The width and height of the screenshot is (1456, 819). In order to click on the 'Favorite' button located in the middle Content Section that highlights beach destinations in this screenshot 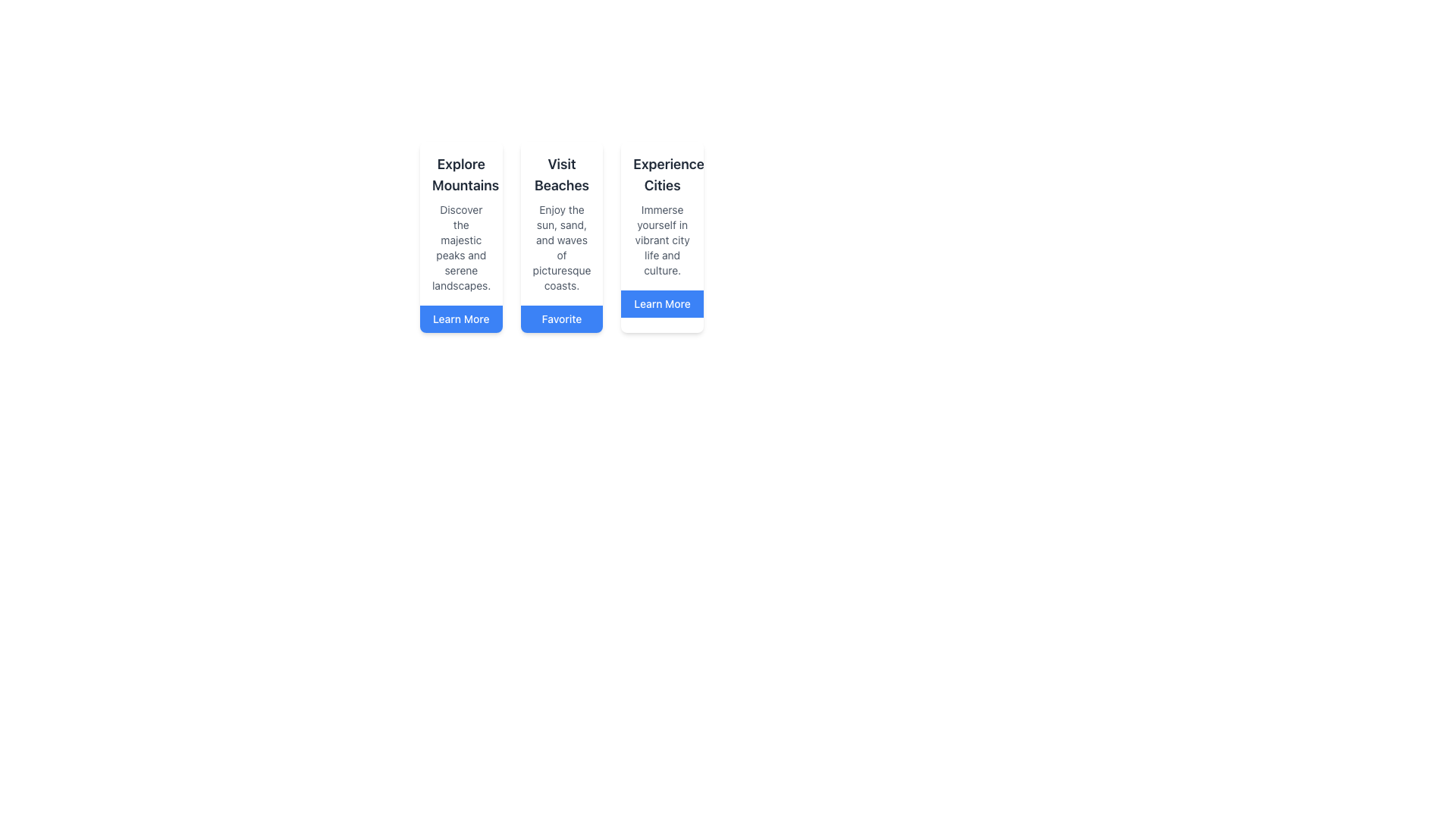, I will do `click(560, 237)`.